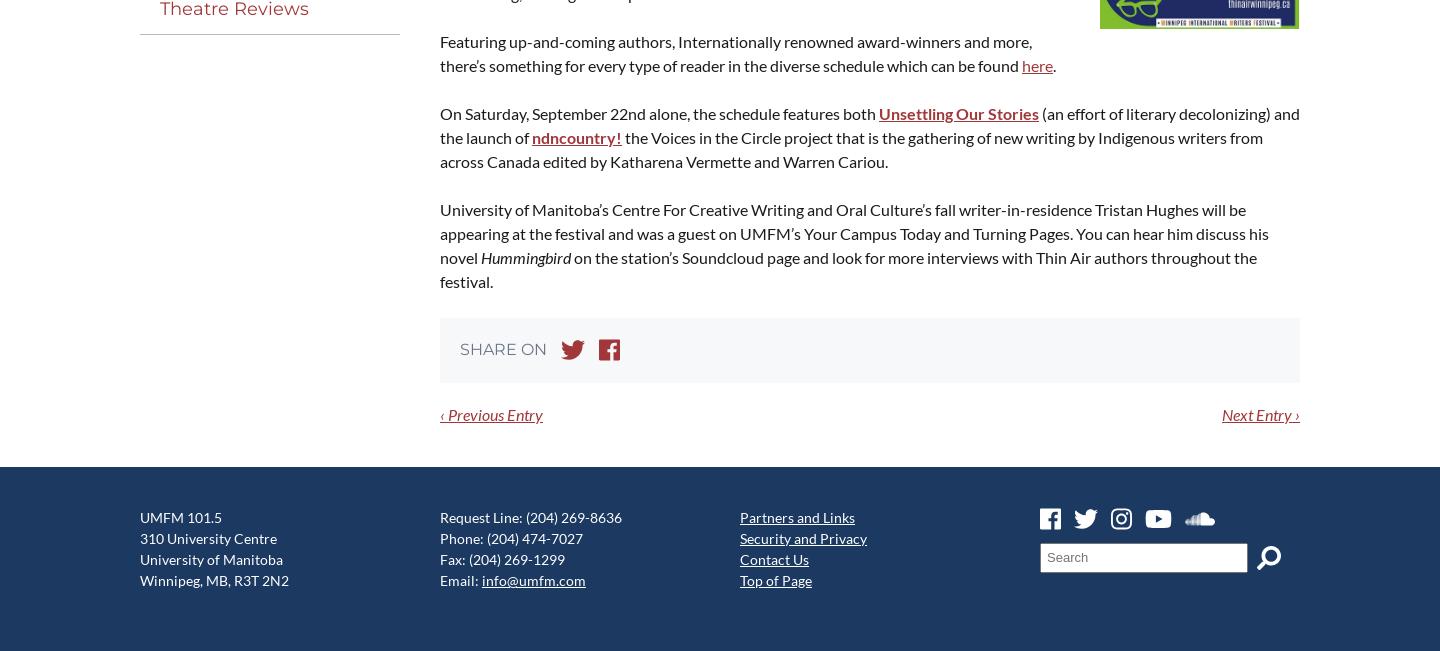  Describe the element at coordinates (530, 517) in the screenshot. I see `'Request Line: (204) 269-8636'` at that location.